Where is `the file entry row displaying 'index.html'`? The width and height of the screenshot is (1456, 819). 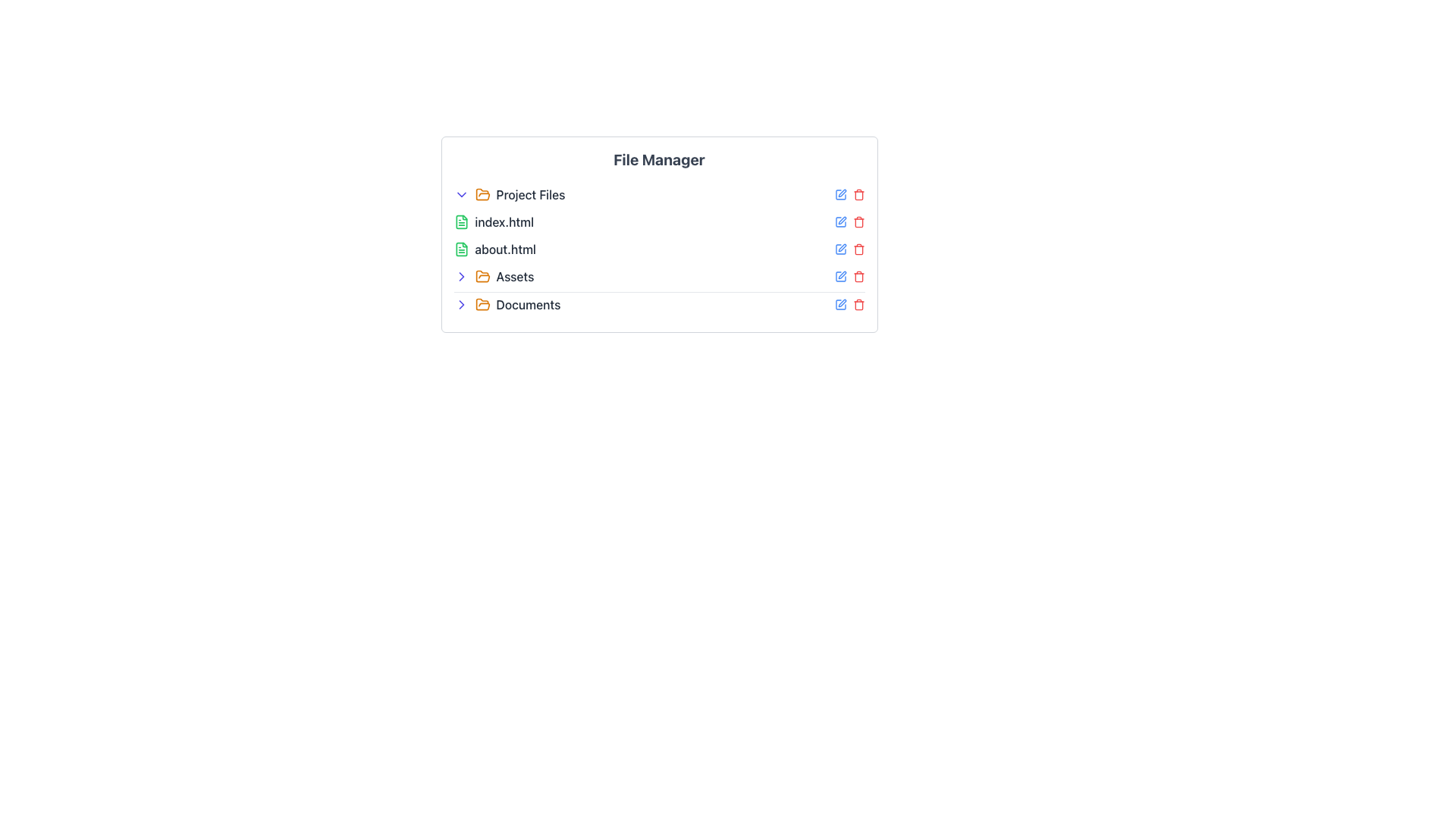
the file entry row displaying 'index.html' is located at coordinates (659, 222).